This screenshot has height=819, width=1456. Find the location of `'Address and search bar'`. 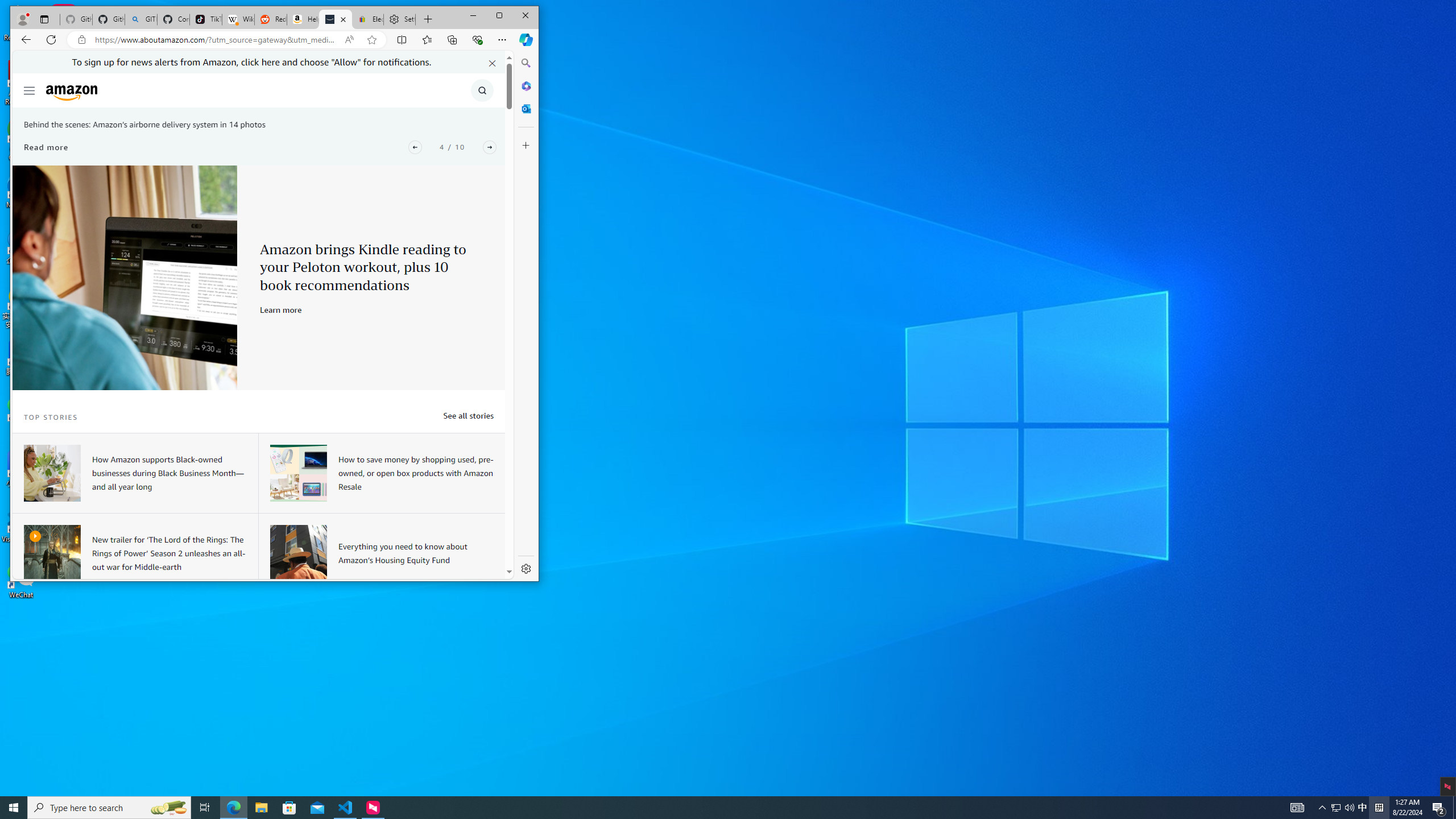

'Address and search bar' is located at coordinates (216, 39).